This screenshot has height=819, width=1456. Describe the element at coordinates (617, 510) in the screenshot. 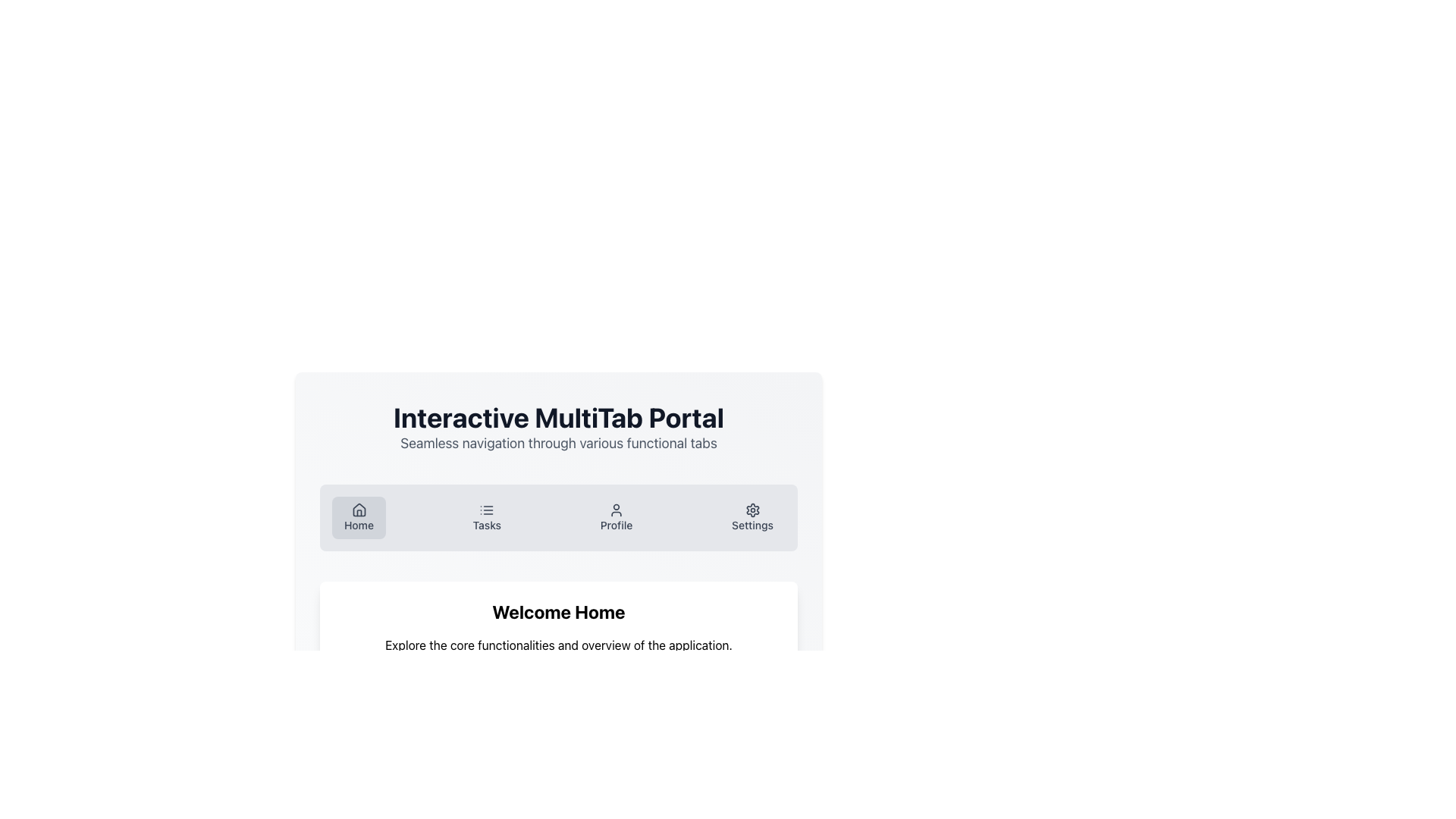

I see `the user figure icon above the 'Profile' text` at that location.